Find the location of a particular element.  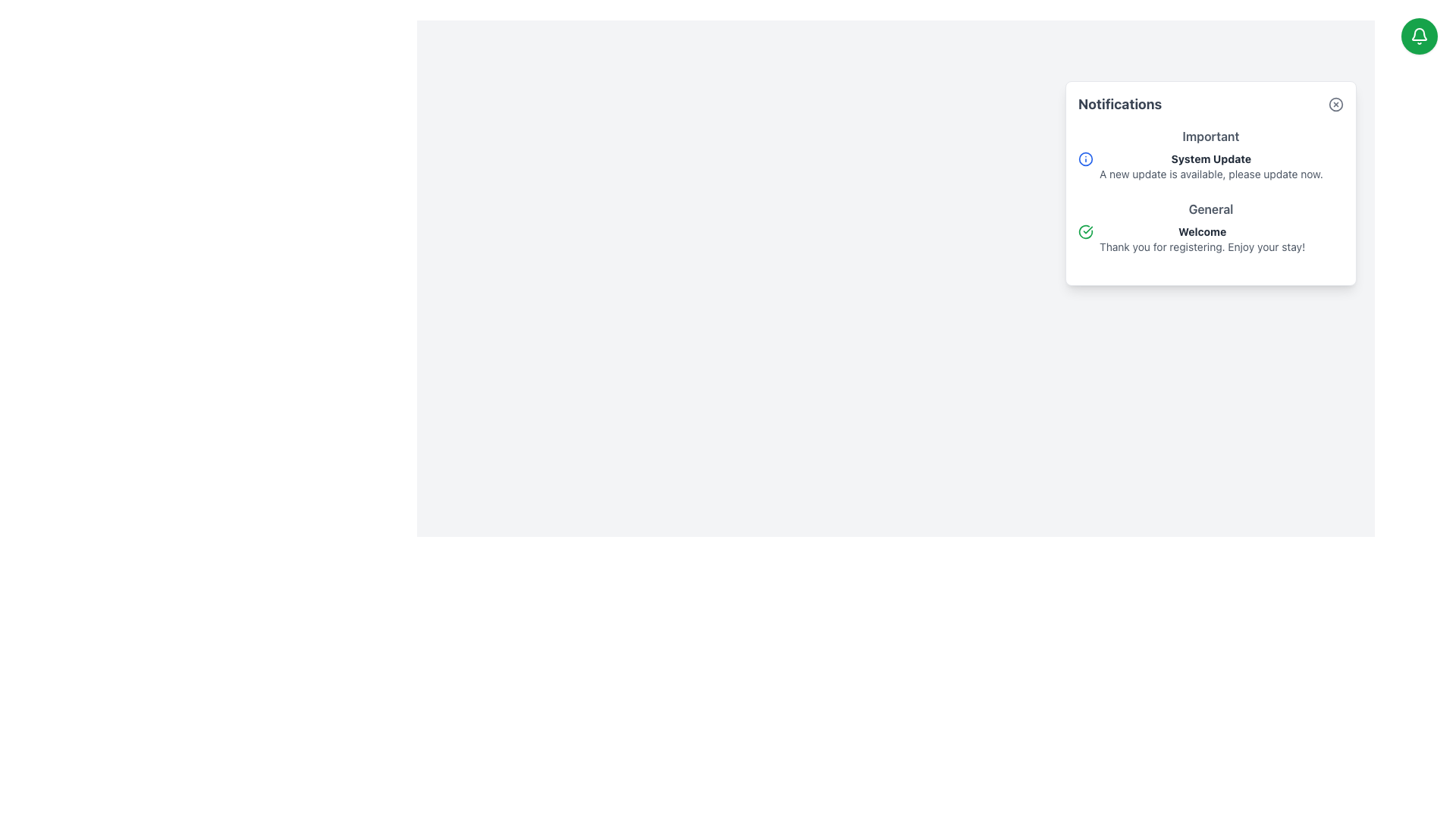

registration confirmation notification located at the bottom of the Notifications list, following the Important notification is located at coordinates (1210, 231).